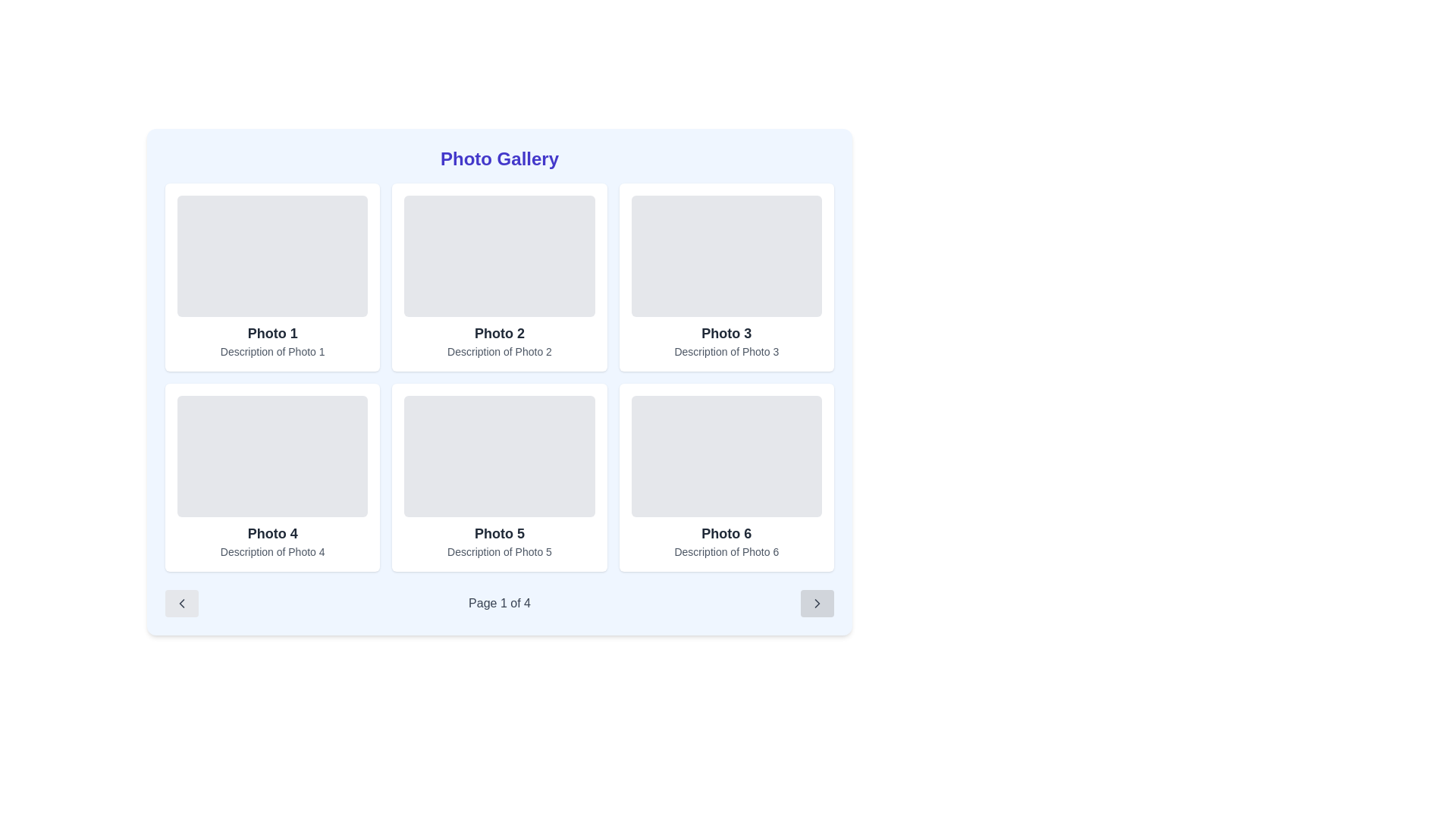 The height and width of the screenshot is (819, 1456). What do you see at coordinates (499, 552) in the screenshot?
I see `the descriptive text label that provides additional information about 'Photo 5', located in the fifth position of the grid layout, below the title 'Photo 5'` at bounding box center [499, 552].